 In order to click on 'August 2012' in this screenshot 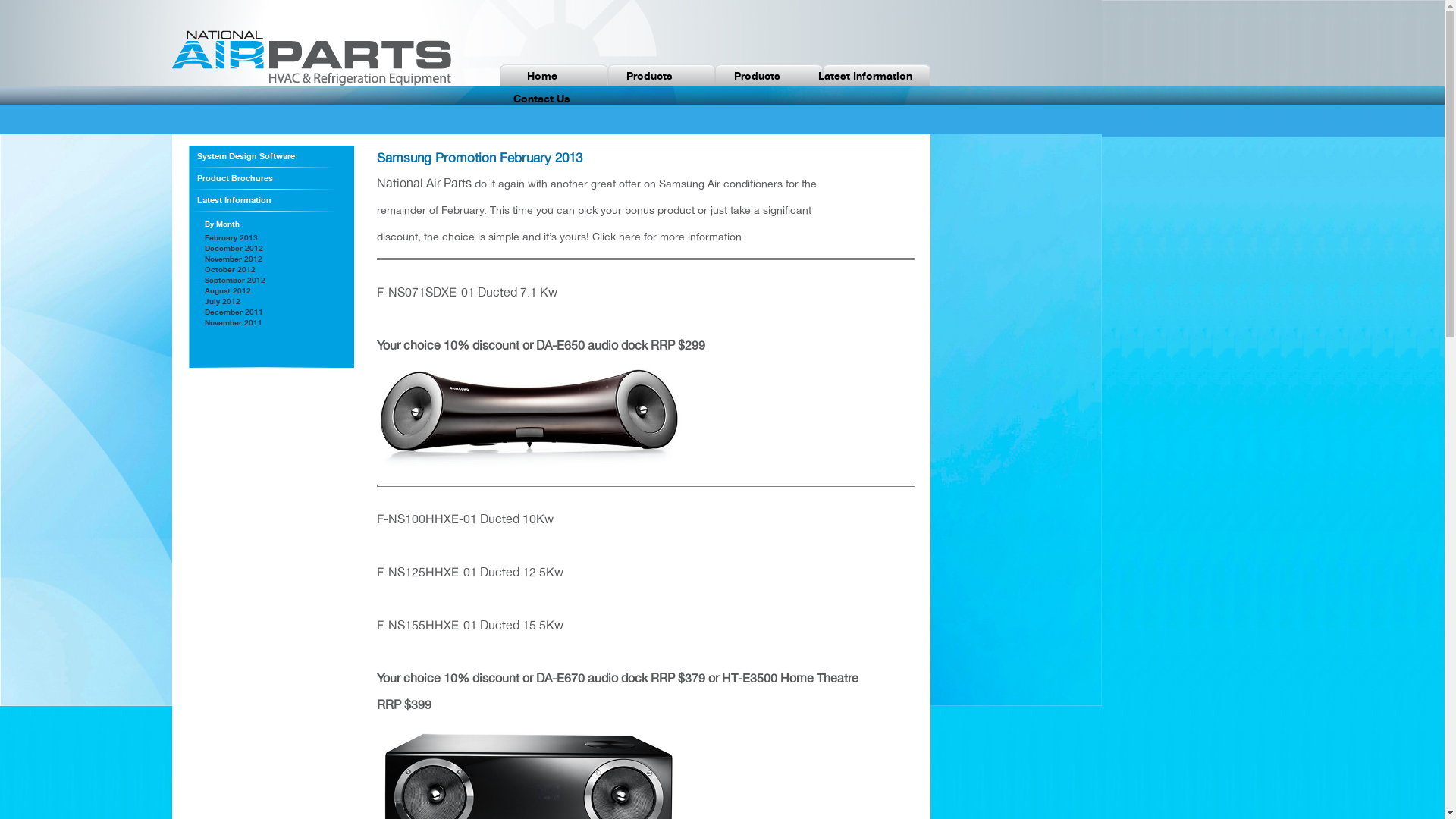, I will do `click(203, 290)`.